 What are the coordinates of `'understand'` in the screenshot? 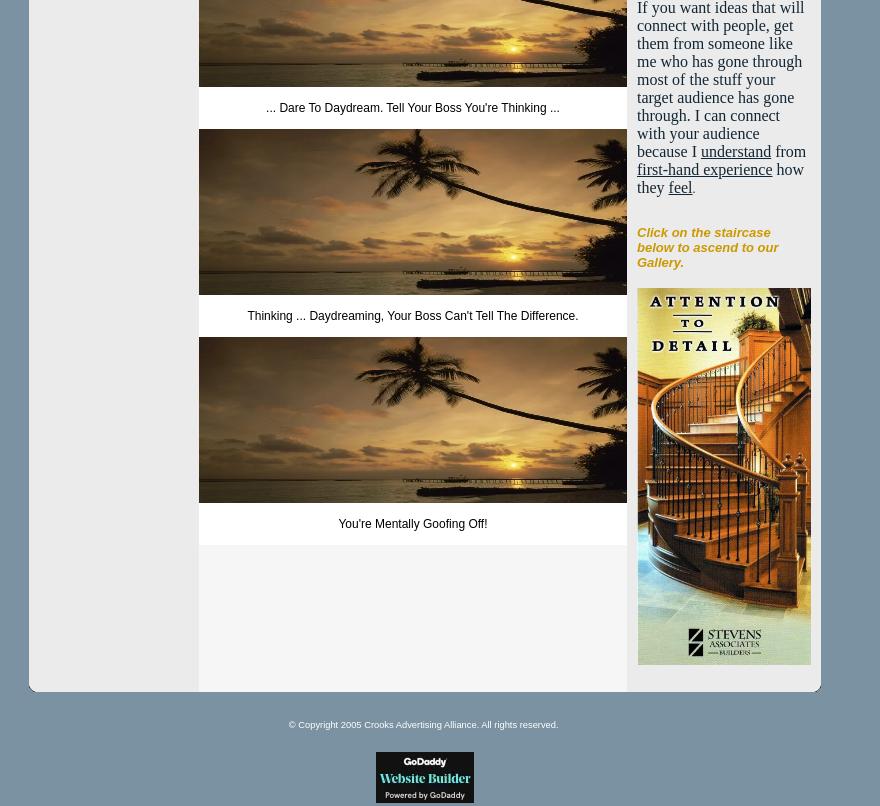 It's located at (734, 151).